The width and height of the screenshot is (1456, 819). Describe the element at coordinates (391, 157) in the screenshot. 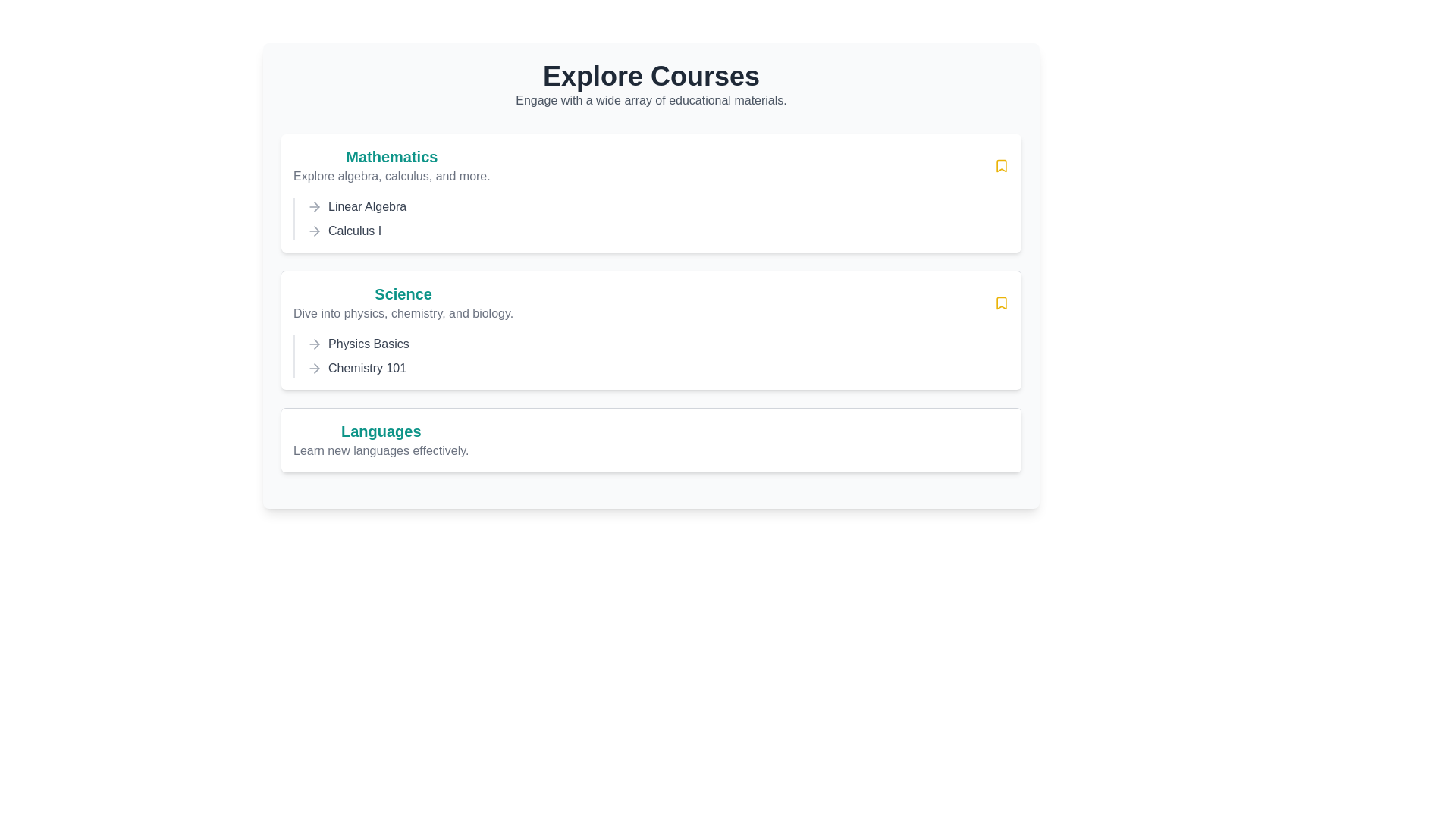

I see `the hyperlink in the 'Explore Courses' section that serves as a navigation option for mathematics, positioned above the text 'Explore algebra, calculus, and more.'` at that location.